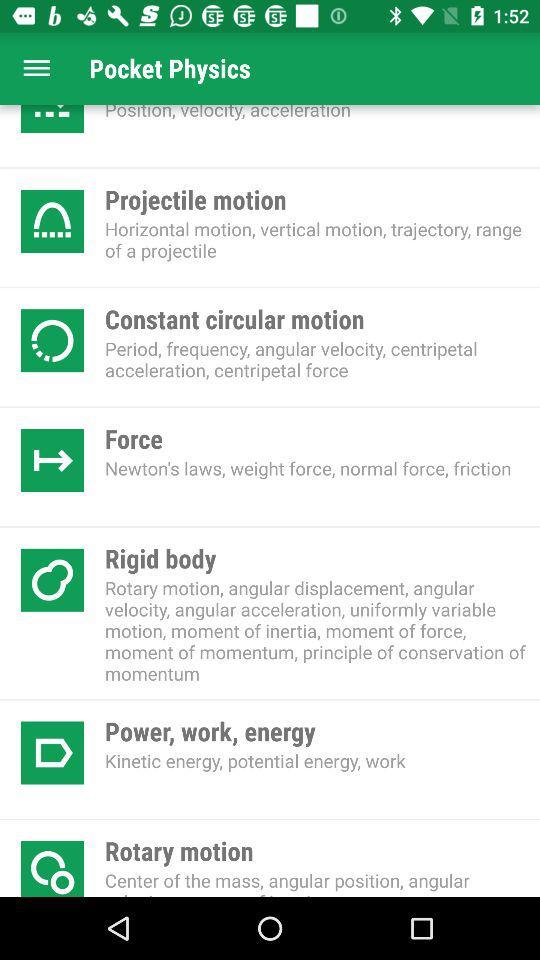  Describe the element at coordinates (36, 68) in the screenshot. I see `the app to the left of pocket physics app` at that location.